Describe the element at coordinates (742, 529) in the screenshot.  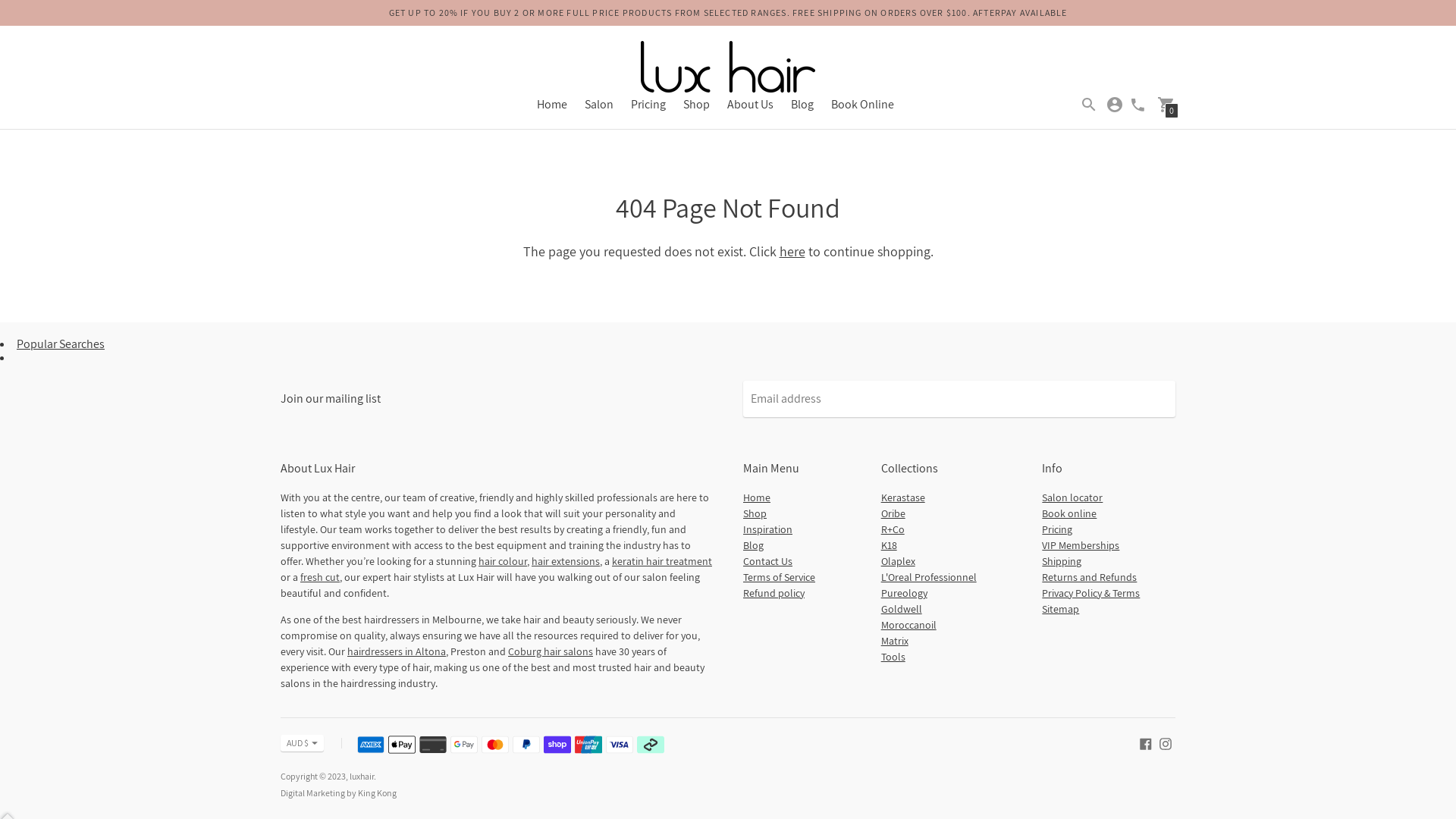
I see `'Inspiration'` at that location.